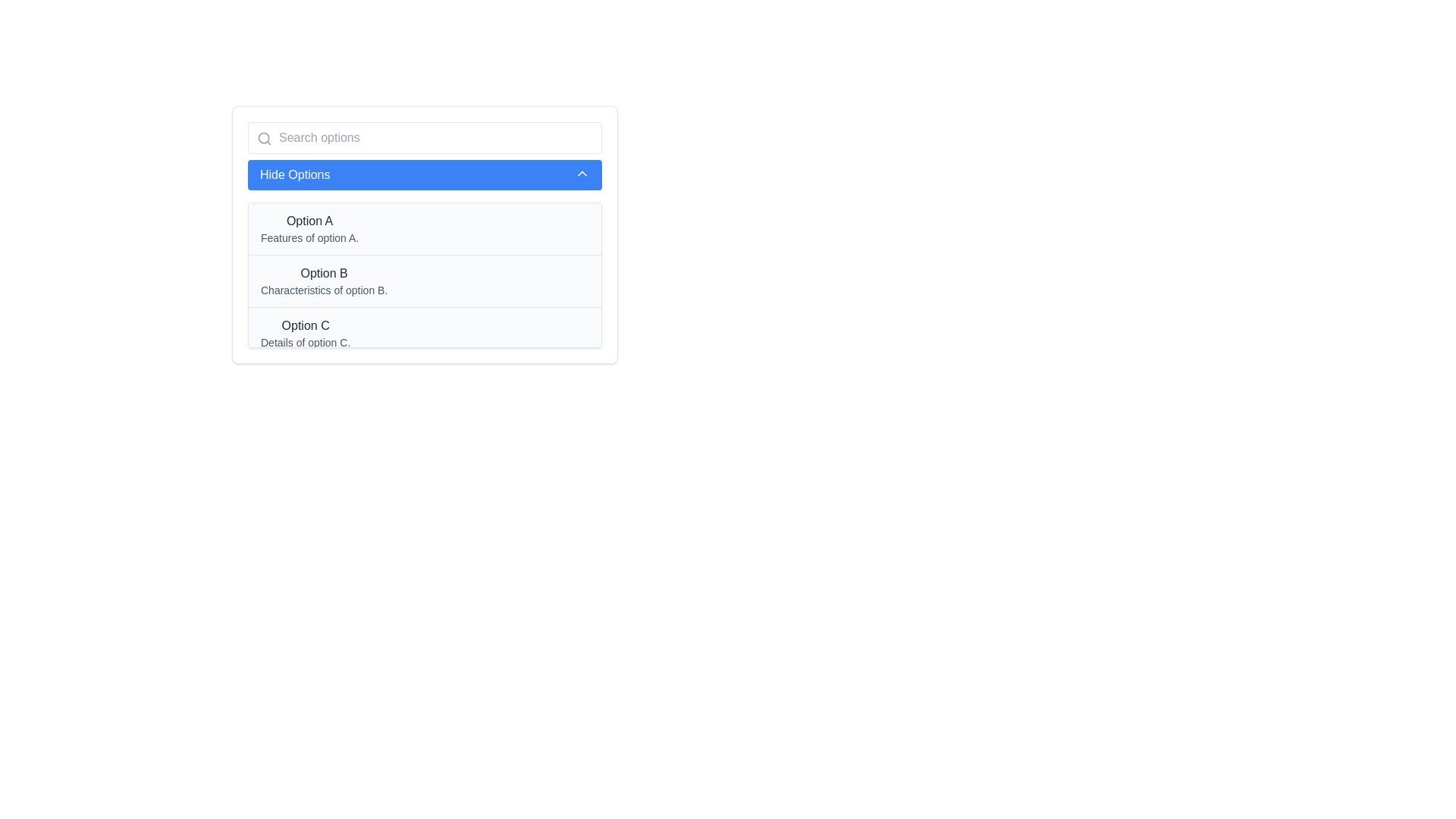 Image resolution: width=1456 pixels, height=819 pixels. I want to click on the 'Option C' text label in the dropdown menu, so click(305, 325).